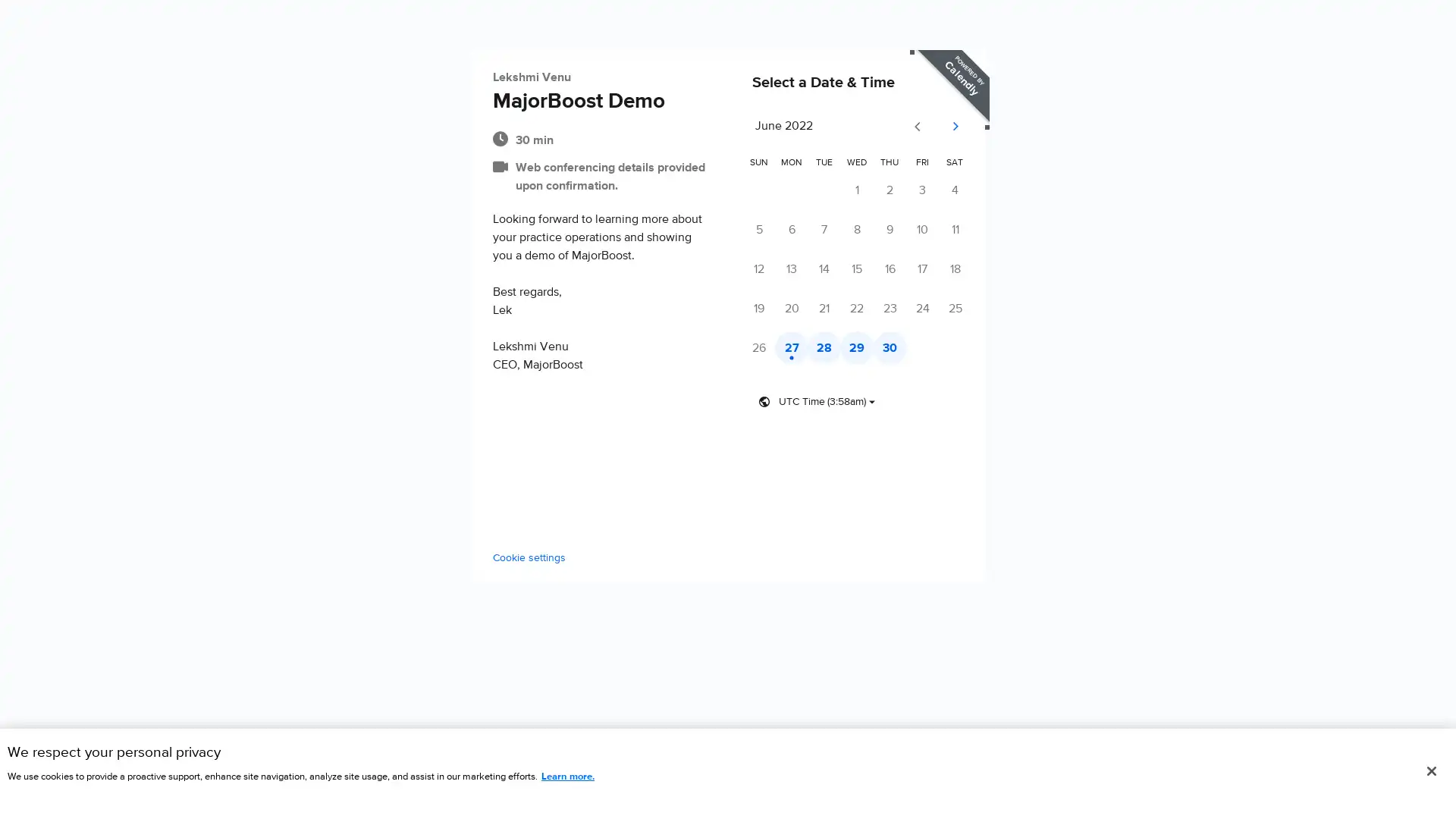  I want to click on Wednesday, June 22 - No times available, so click(878, 309).